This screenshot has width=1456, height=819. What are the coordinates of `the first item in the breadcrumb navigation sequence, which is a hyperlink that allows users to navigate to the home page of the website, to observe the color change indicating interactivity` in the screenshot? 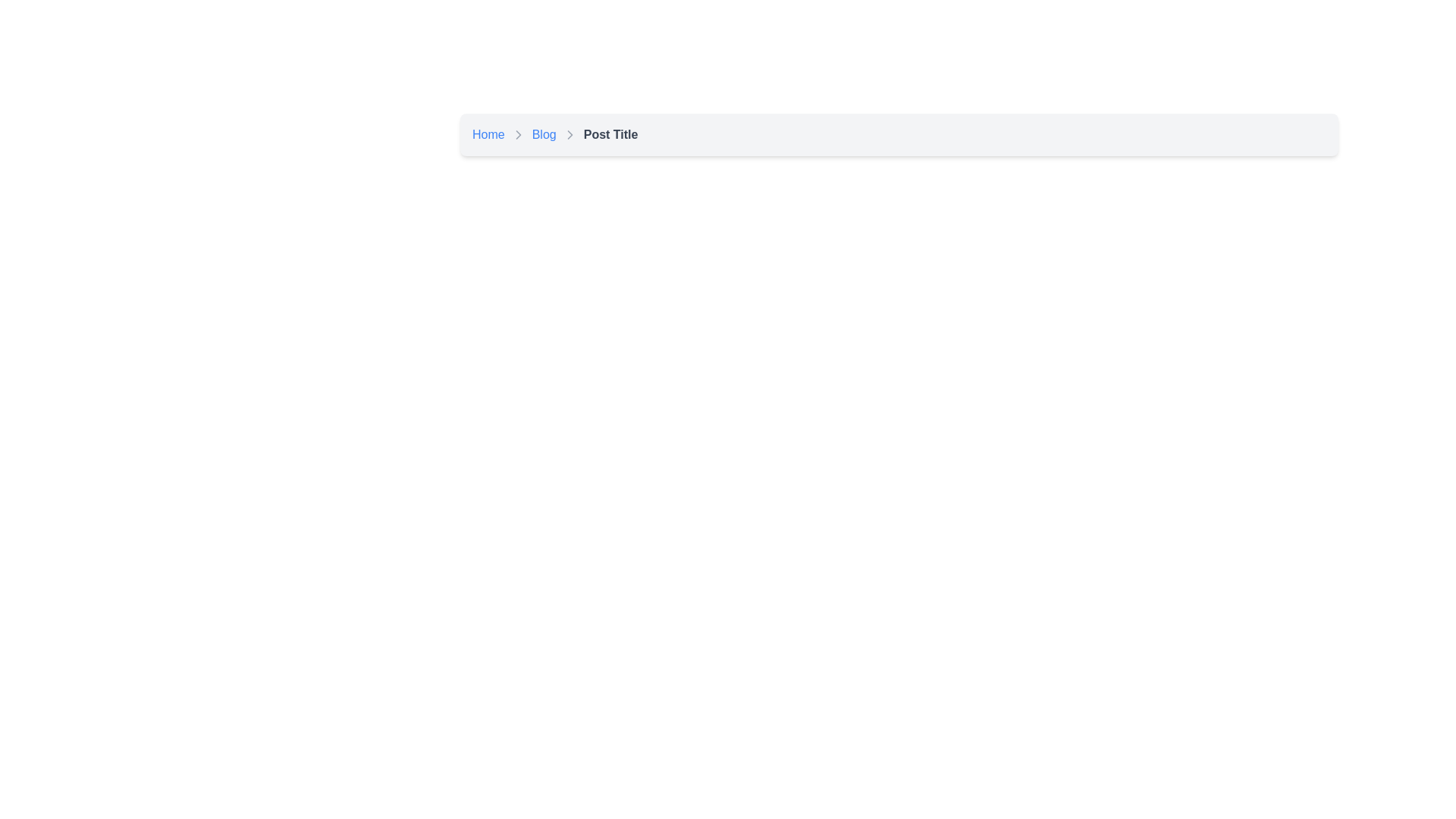 It's located at (488, 133).